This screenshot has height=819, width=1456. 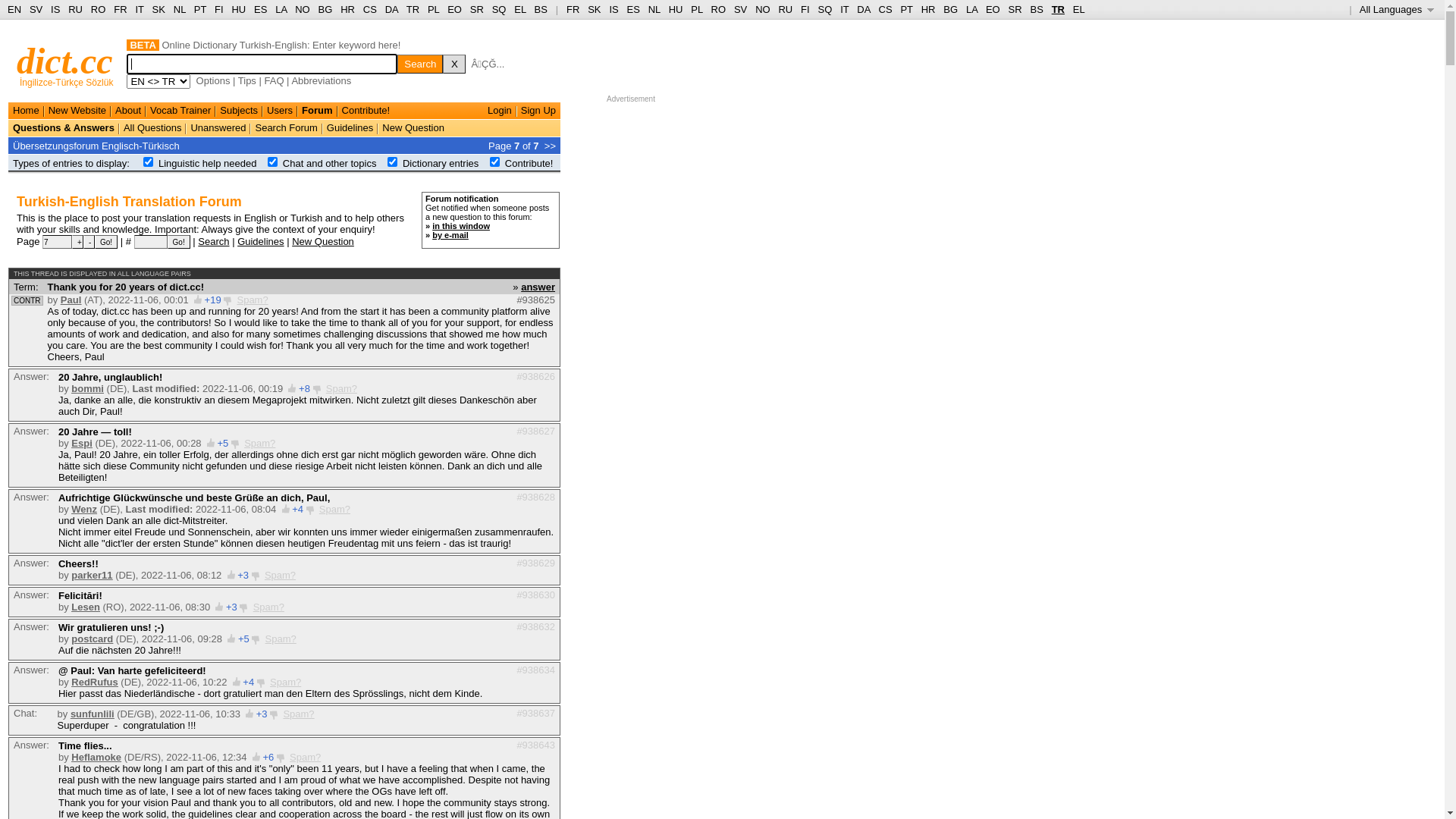 What do you see at coordinates (285, 681) in the screenshot?
I see `'Spam?'` at bounding box center [285, 681].